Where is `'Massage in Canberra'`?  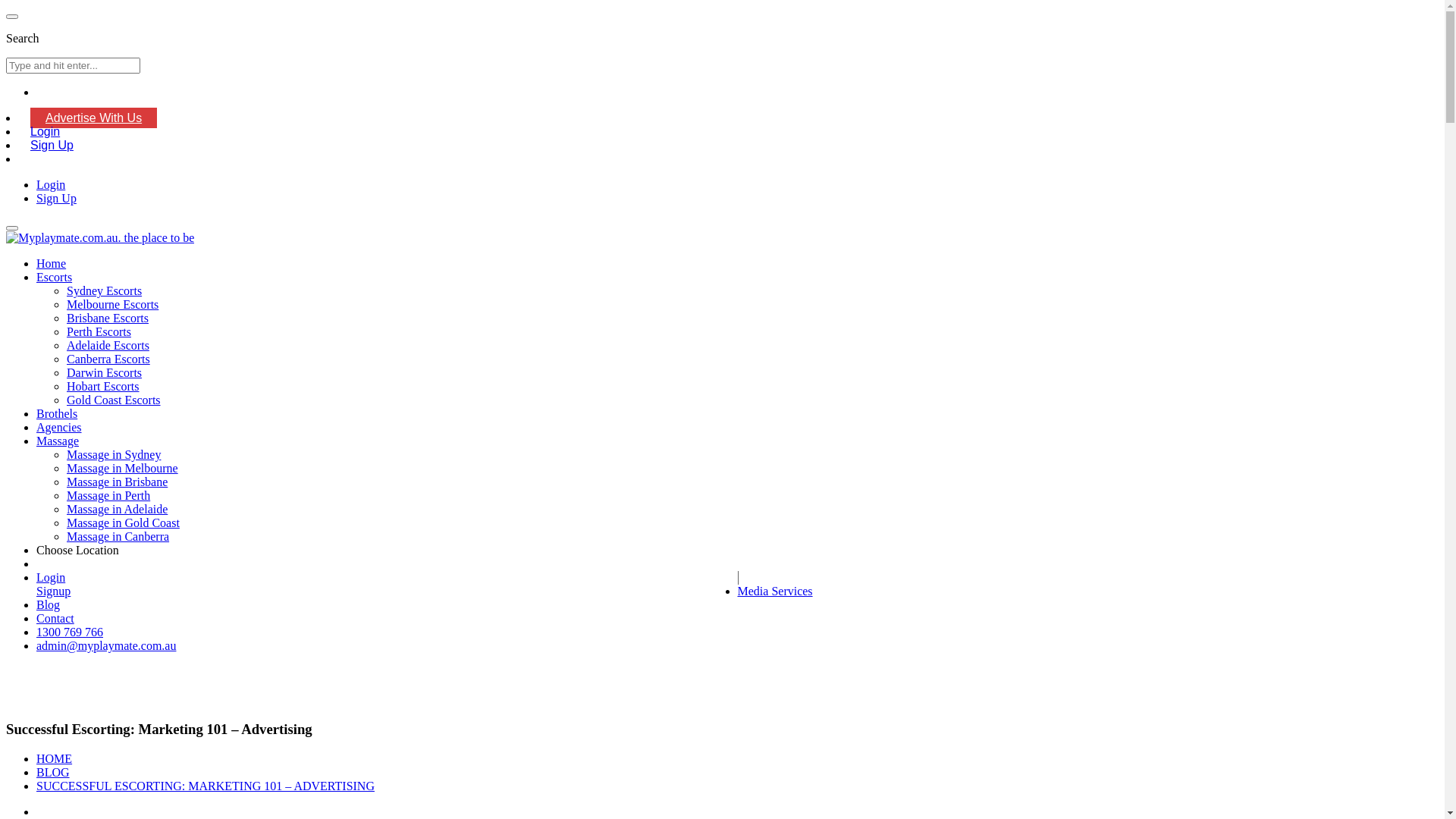
'Massage in Canberra' is located at coordinates (117, 535).